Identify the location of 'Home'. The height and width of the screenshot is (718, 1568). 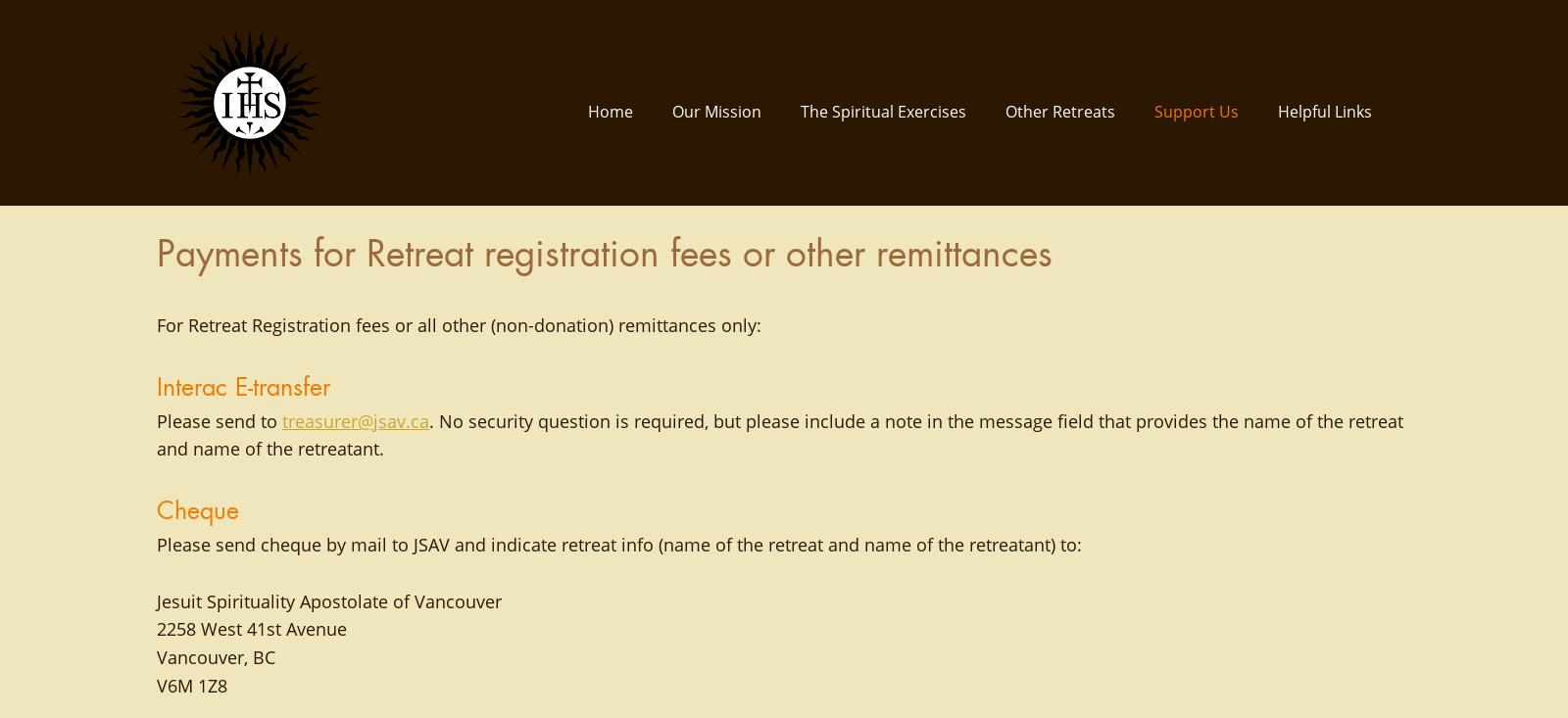
(587, 111).